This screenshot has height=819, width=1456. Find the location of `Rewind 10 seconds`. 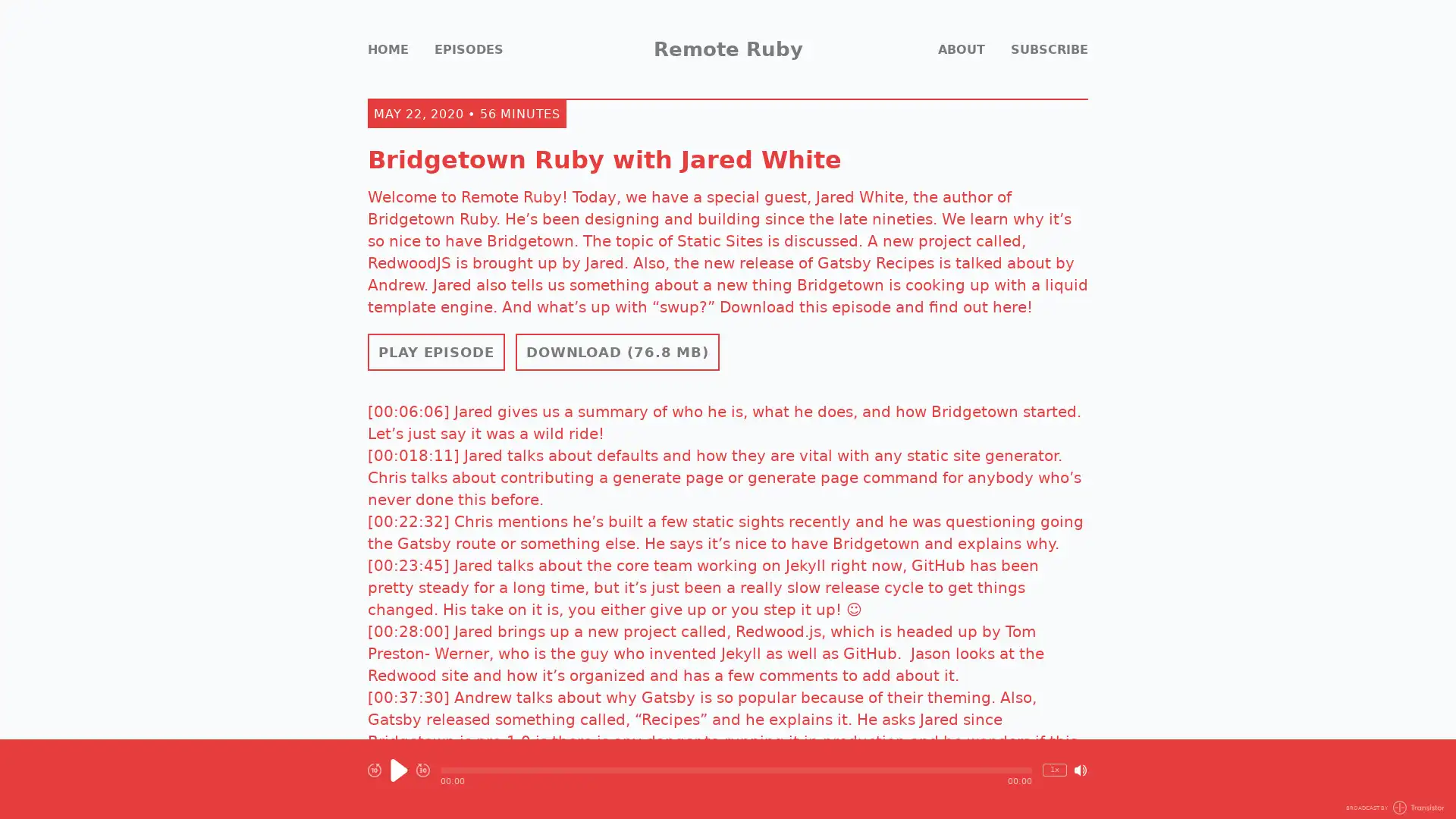

Rewind 10 seconds is located at coordinates (375, 770).